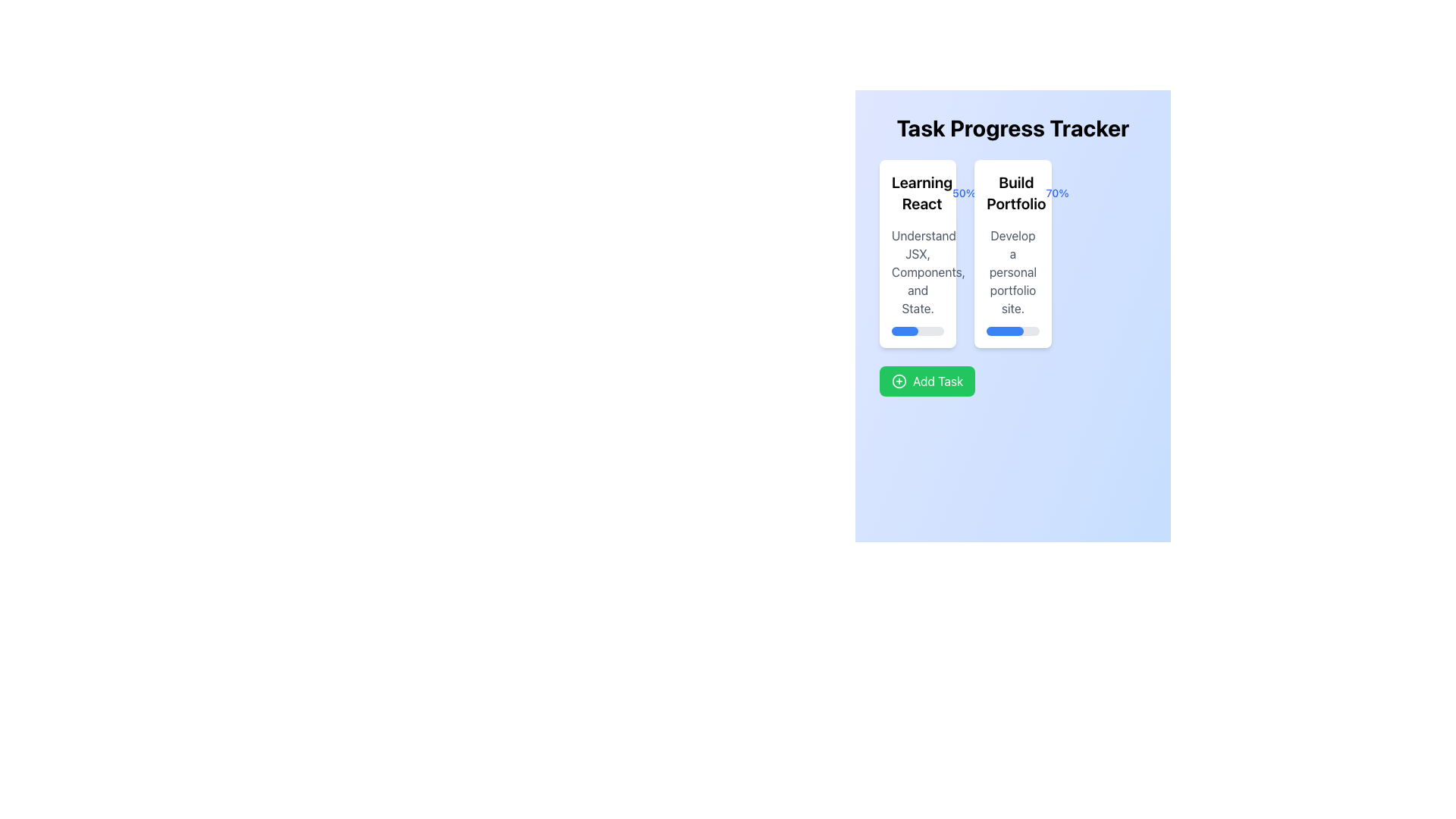  I want to click on the label text displaying 'Understand JSX, Components, and State.' which is located within the second task card under the title 'Learning React', so click(917, 271).